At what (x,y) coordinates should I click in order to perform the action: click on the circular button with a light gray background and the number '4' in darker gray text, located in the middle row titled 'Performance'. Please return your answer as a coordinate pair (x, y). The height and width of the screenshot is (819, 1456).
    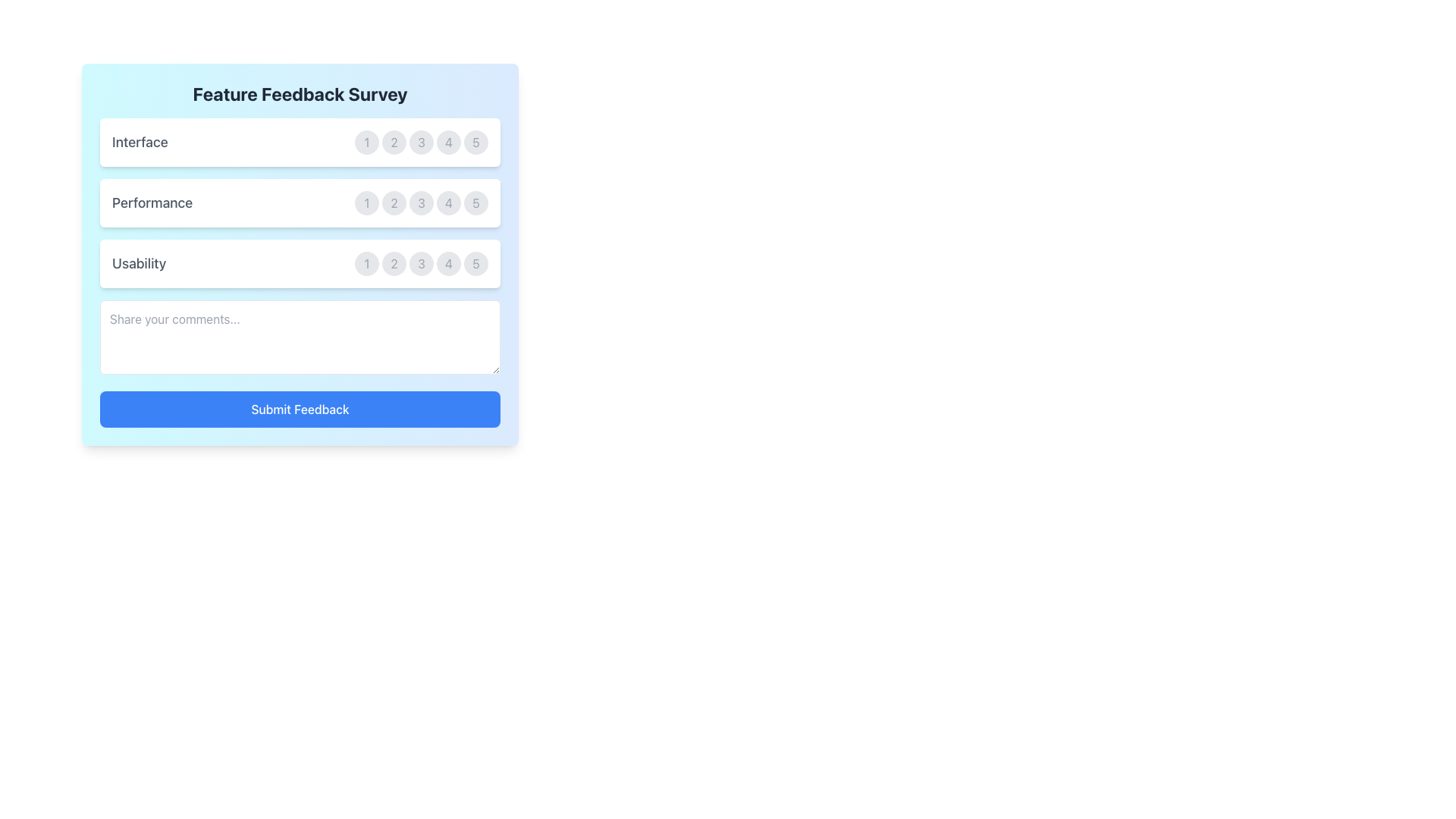
    Looking at the image, I should click on (447, 202).